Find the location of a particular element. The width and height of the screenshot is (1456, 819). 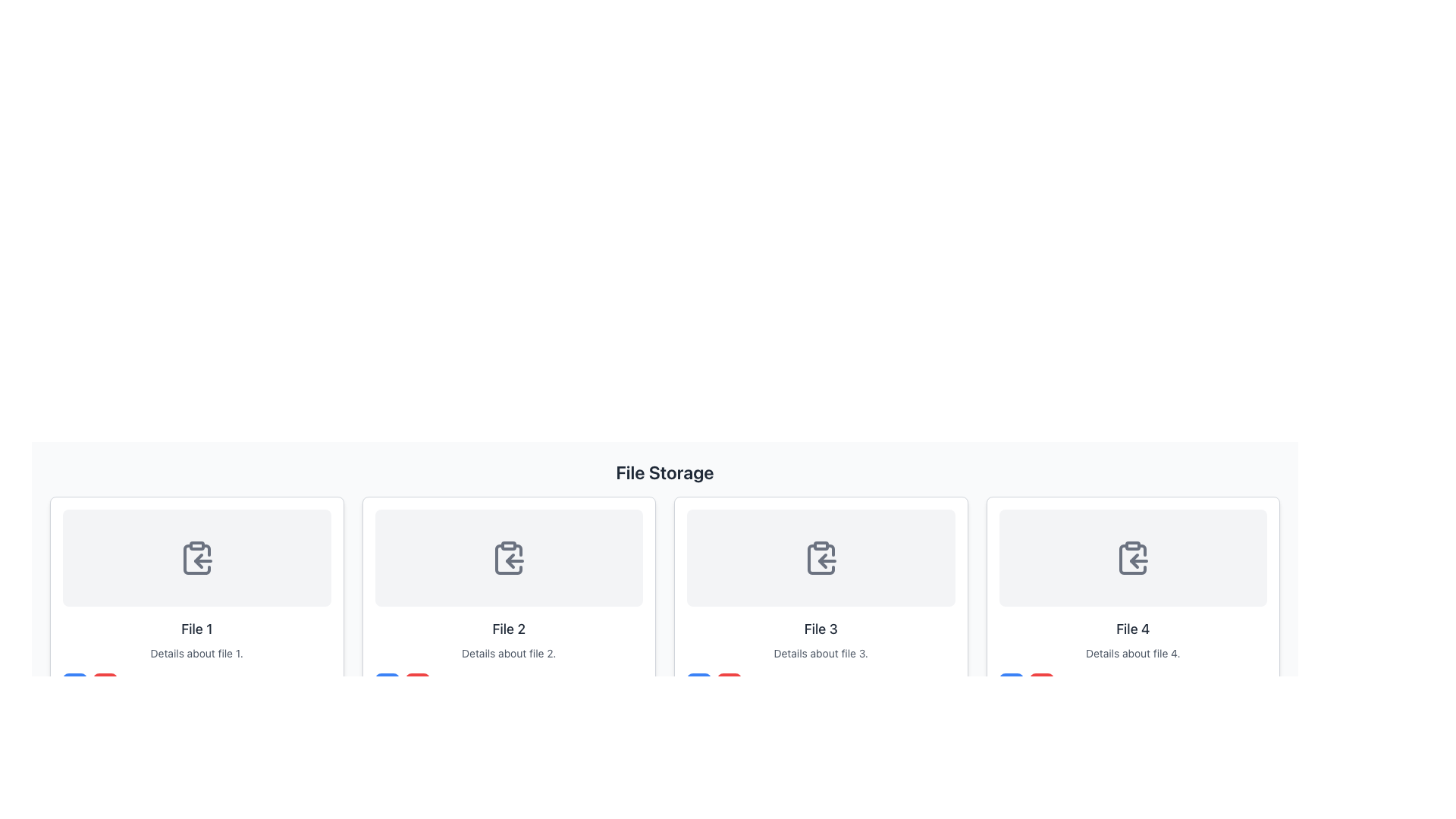

the clipboard icon with a copy arrow, which is the fourth icon in a horizontal row within the 'File 4' card, located at the center-top of the card is located at coordinates (1133, 558).